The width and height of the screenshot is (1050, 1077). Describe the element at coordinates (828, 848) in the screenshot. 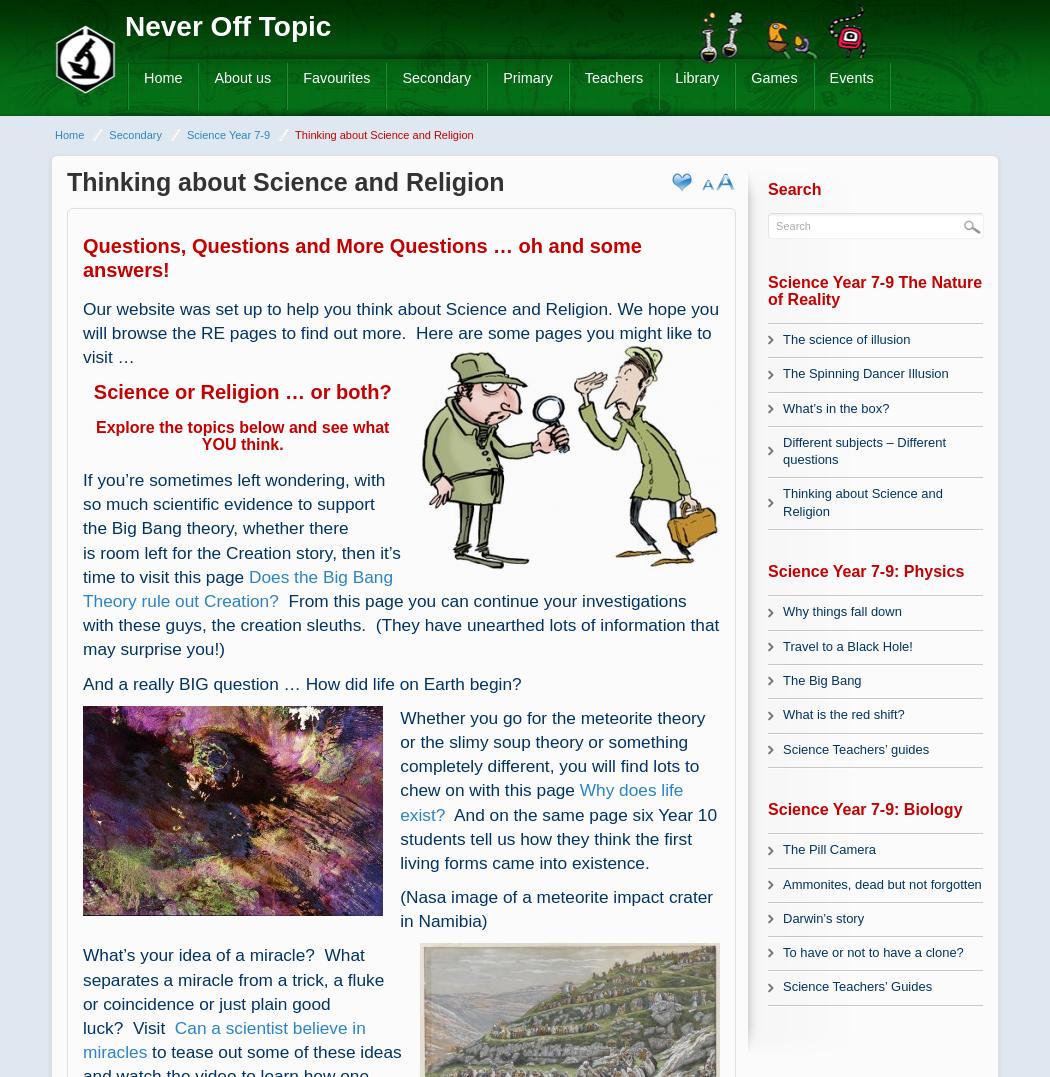

I see `'The Pill Camera'` at that location.